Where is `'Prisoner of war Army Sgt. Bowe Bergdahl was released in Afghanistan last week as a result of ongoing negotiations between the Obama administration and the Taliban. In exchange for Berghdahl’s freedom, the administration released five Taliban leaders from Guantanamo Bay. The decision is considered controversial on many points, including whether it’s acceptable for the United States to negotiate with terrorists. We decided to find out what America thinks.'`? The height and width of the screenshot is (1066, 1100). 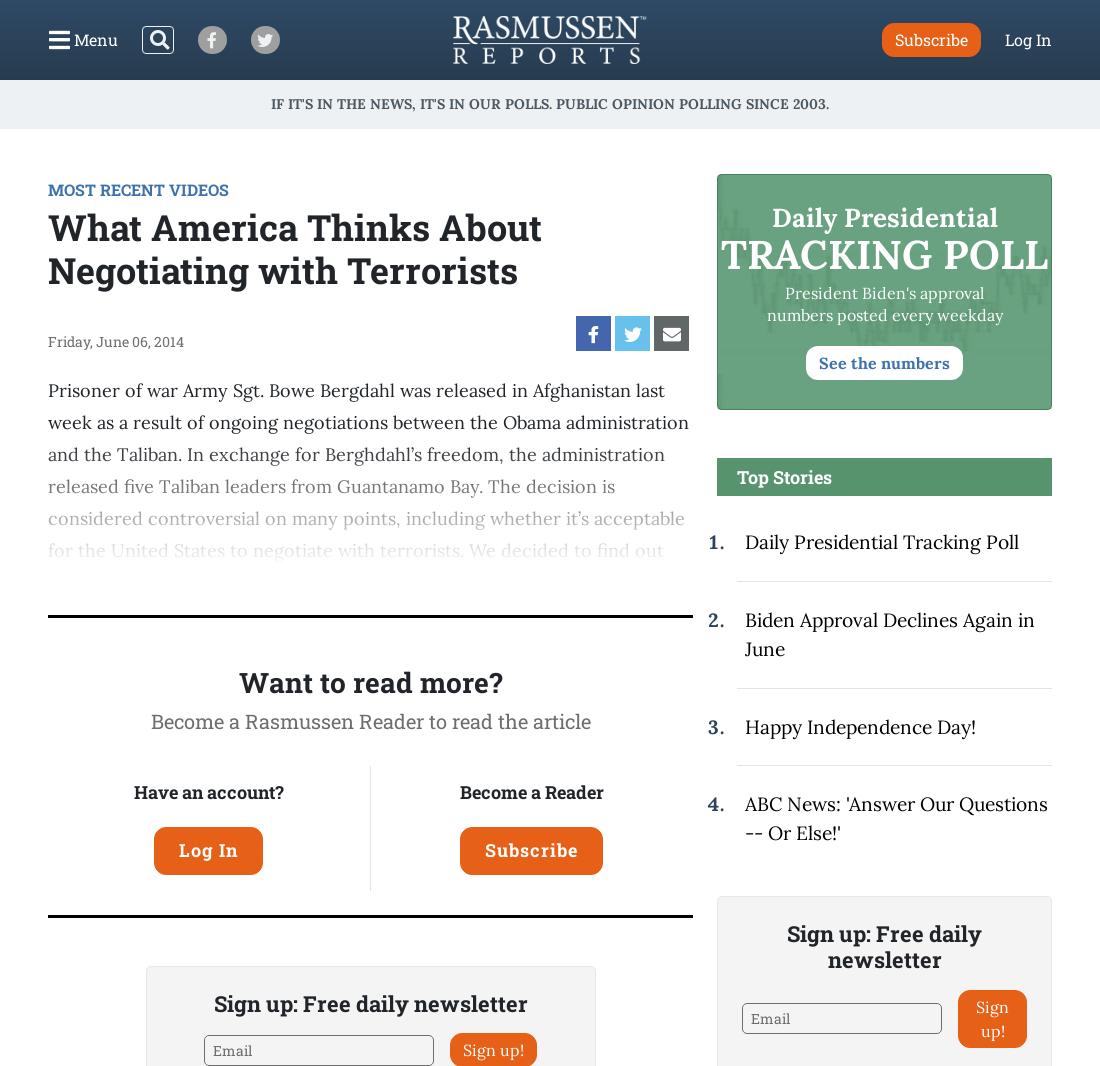 'Prisoner of war Army Sgt. Bowe Bergdahl was released in Afghanistan last week as a result of ongoing negotiations between the Obama administration and the Taliban. In exchange for Berghdahl’s freedom, the administration released five Taliban leaders from Guantanamo Bay. The decision is considered controversial on many points, including whether it’s acceptable for the United States to negotiate with terrorists. We decided to find out what America thinks.' is located at coordinates (368, 486).